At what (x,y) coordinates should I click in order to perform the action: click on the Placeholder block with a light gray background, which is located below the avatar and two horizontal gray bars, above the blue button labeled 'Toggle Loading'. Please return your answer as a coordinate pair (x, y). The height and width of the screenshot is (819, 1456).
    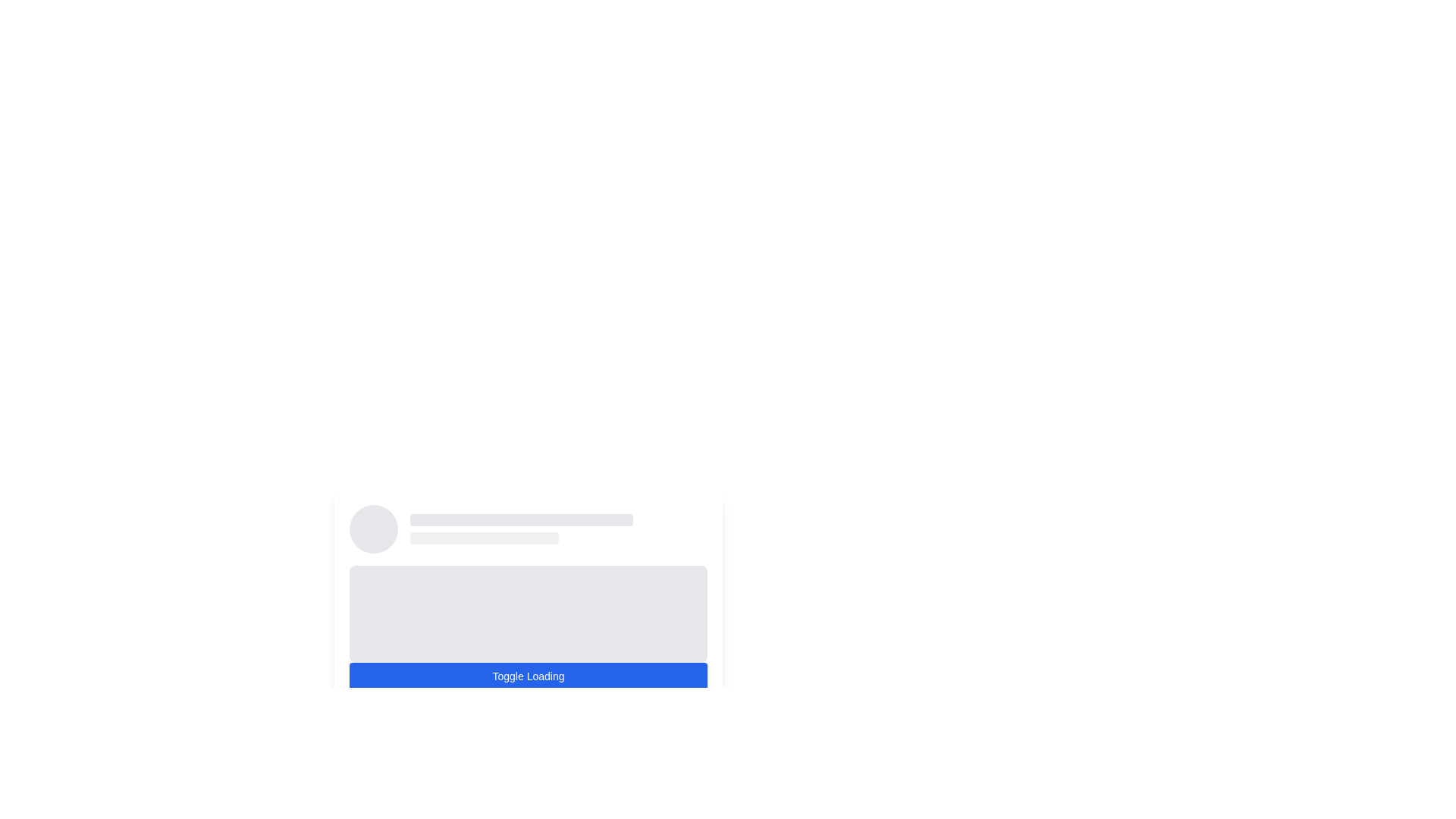
    Looking at the image, I should click on (528, 583).